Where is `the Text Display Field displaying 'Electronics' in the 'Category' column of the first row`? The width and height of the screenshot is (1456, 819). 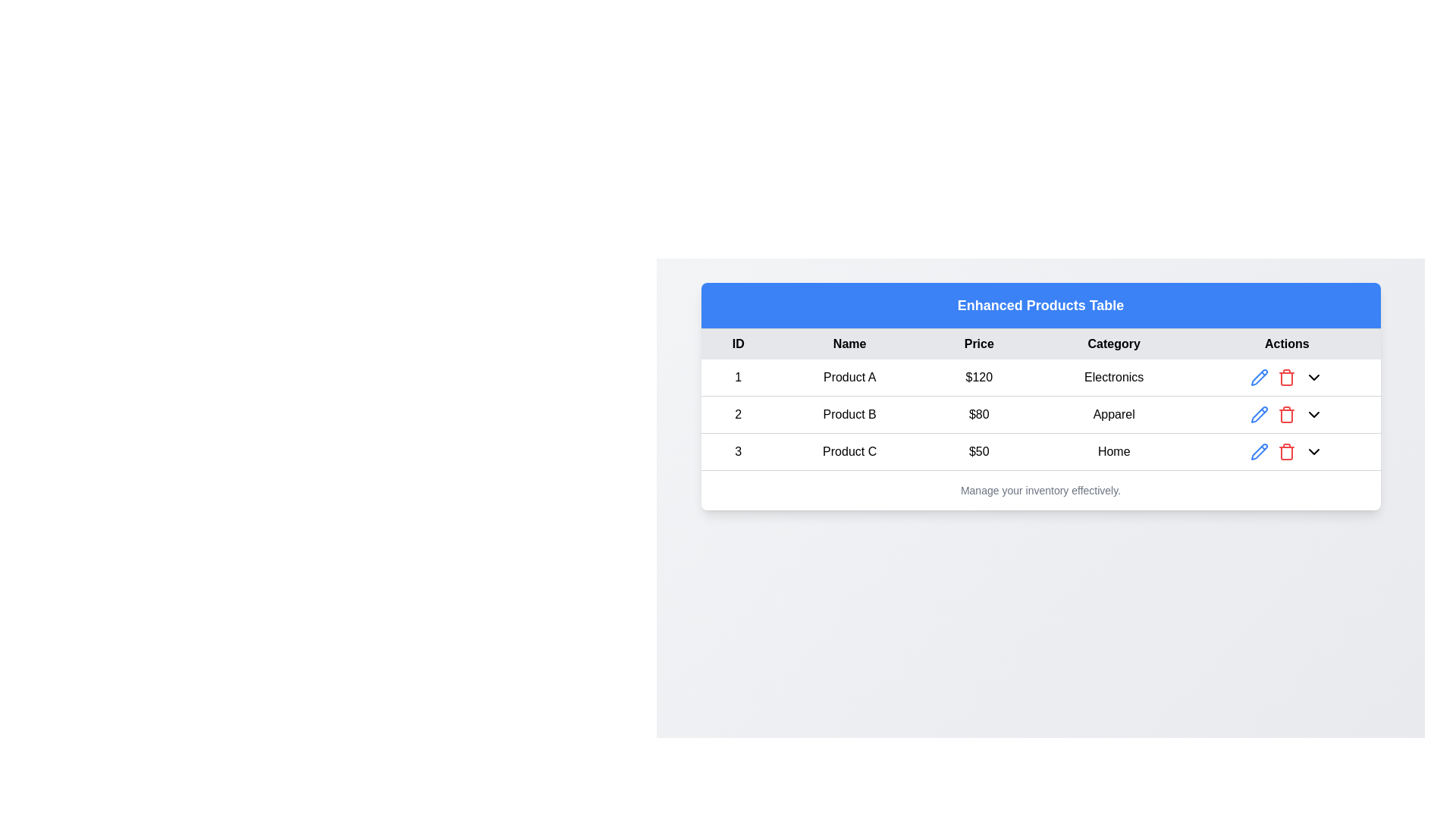 the Text Display Field displaying 'Electronics' in the 'Category' column of the first row is located at coordinates (1114, 377).